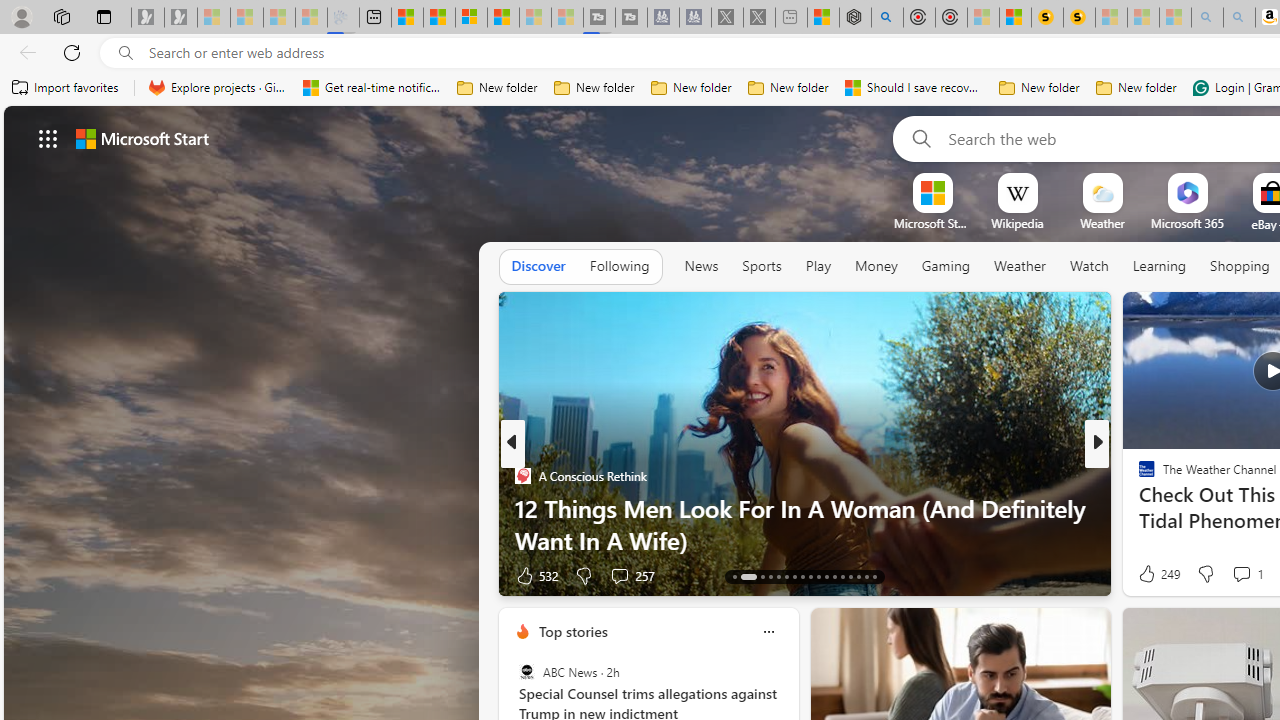 Image resolution: width=1280 pixels, height=720 pixels. Describe the element at coordinates (747, 577) in the screenshot. I see `'AutomationID: tab-14'` at that location.